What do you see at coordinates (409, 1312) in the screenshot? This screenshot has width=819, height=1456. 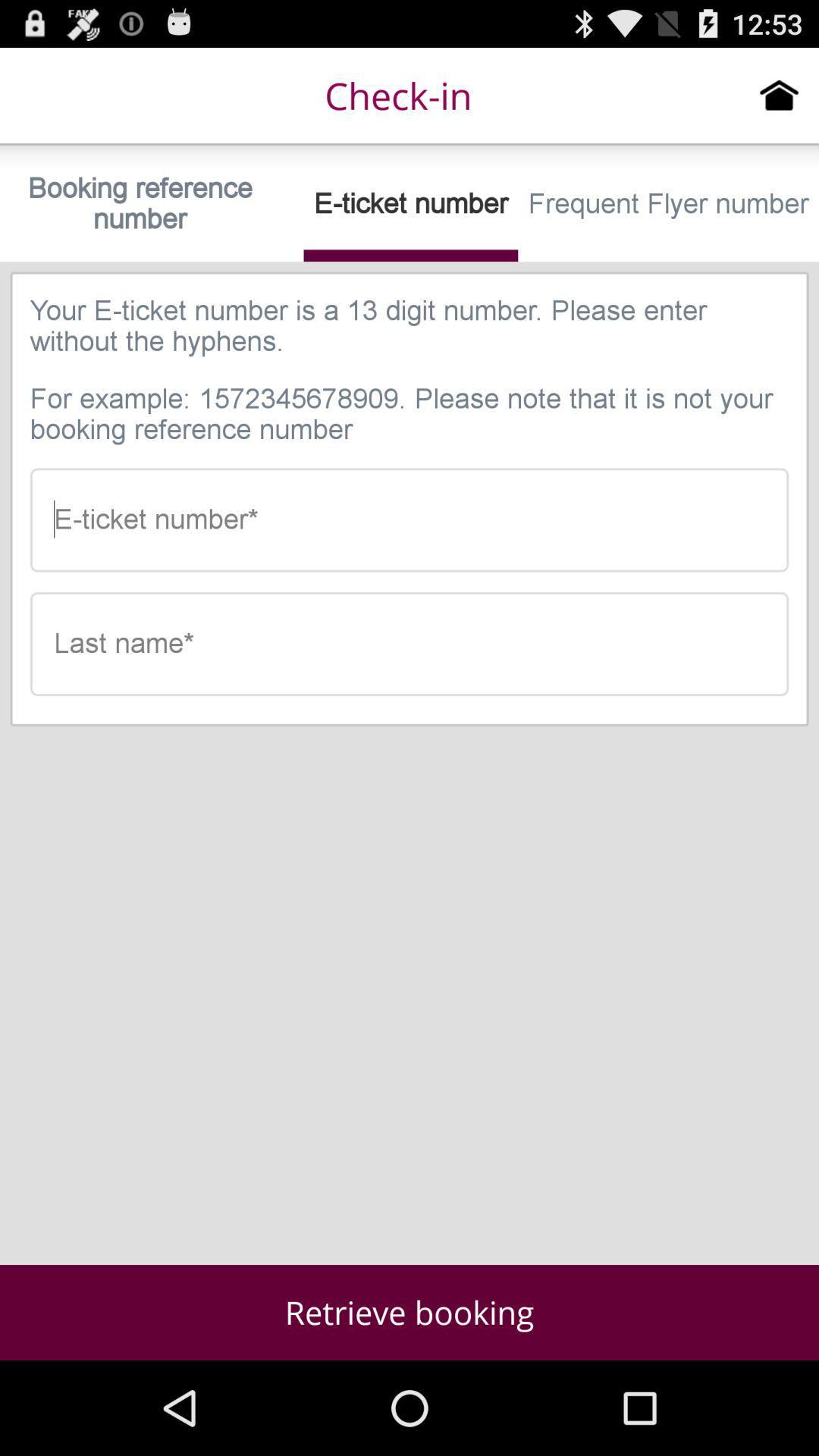 I see `the retrieve booking` at bounding box center [409, 1312].